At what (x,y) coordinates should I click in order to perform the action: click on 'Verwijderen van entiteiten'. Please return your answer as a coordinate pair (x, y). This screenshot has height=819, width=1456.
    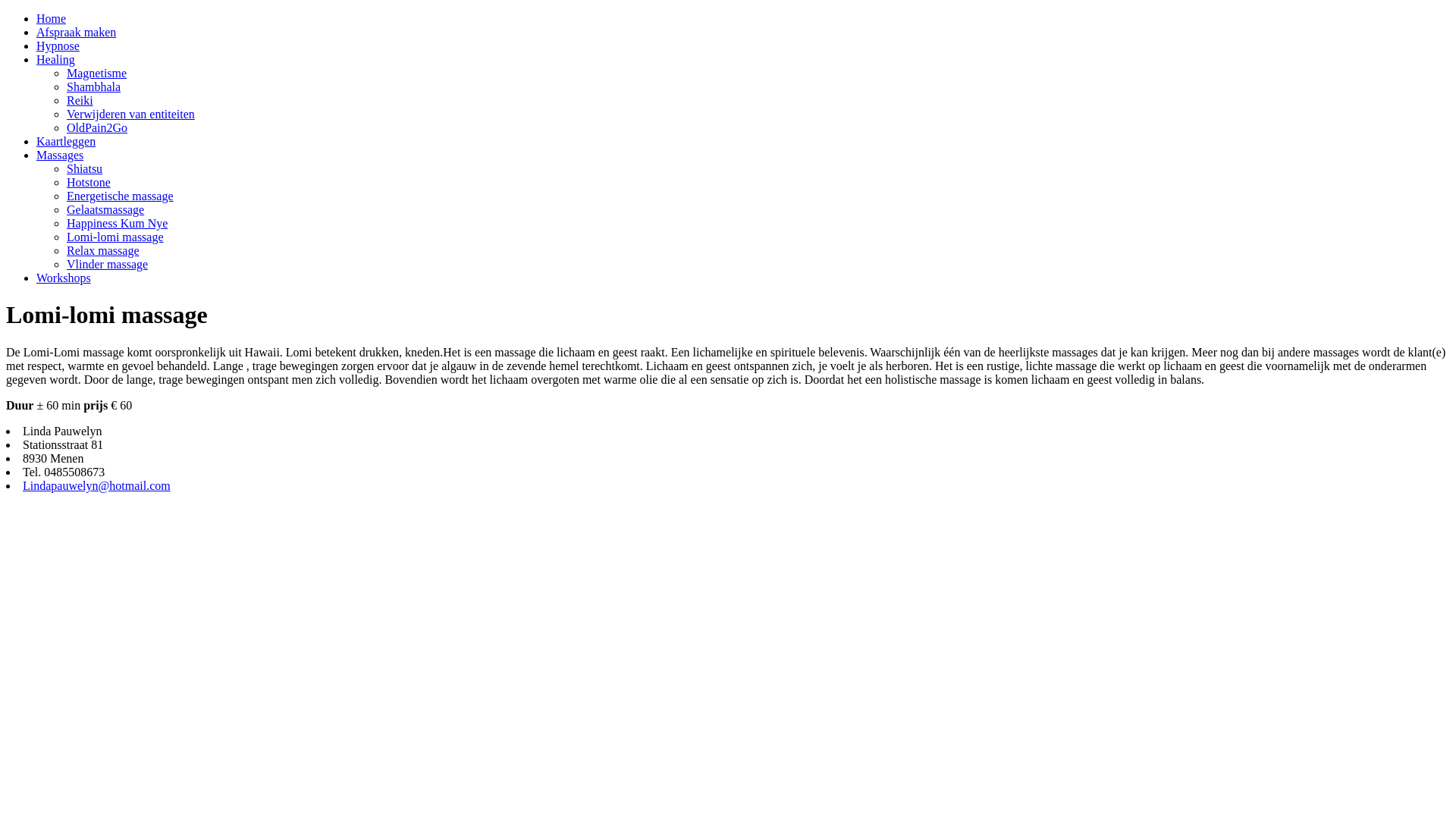
    Looking at the image, I should click on (65, 113).